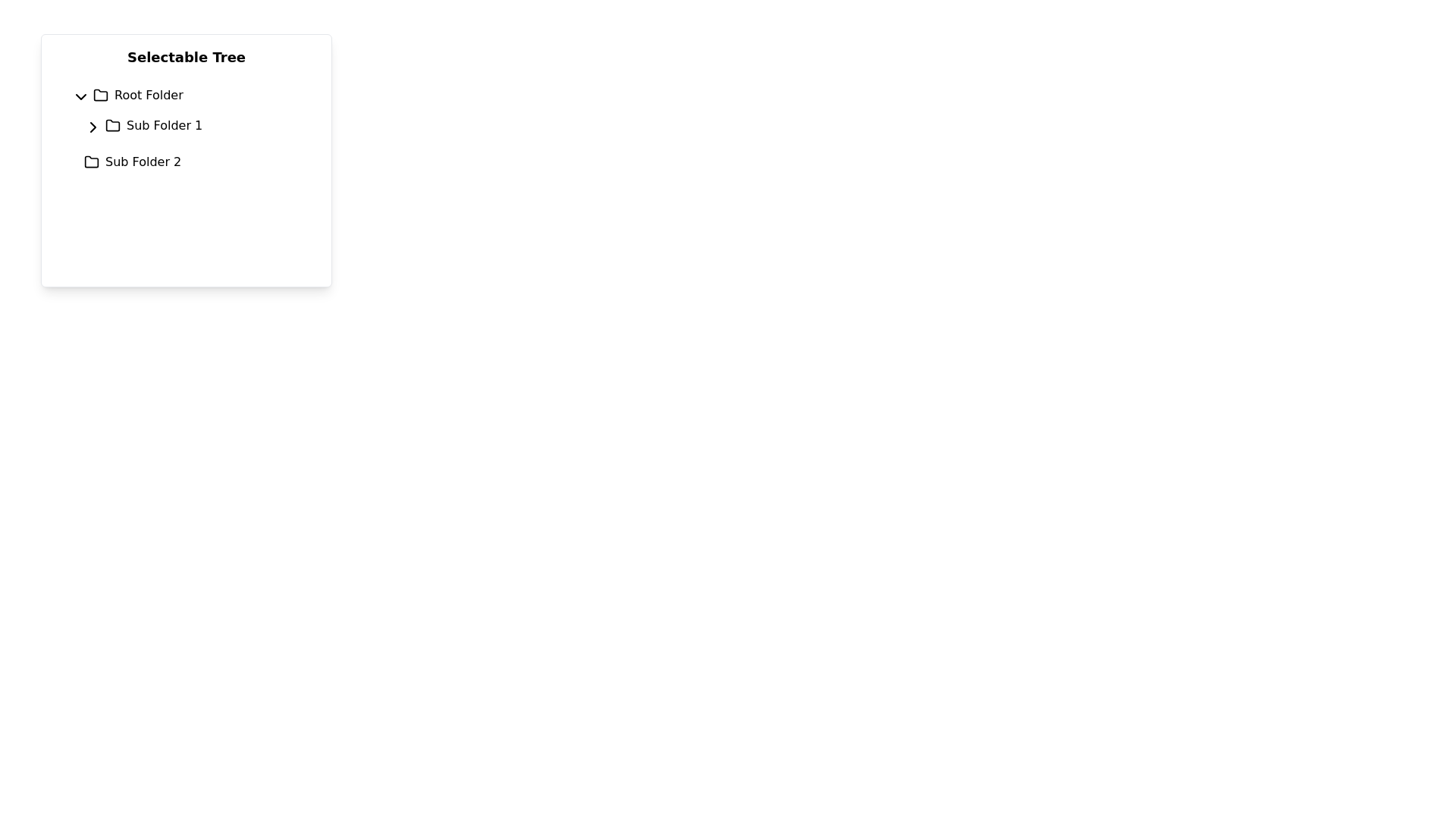 The image size is (1456, 819). I want to click on the folder icon located adjacent to the text 'Root Folder', which is styled with a smooth outline and resembles a file folder tab, so click(100, 96).